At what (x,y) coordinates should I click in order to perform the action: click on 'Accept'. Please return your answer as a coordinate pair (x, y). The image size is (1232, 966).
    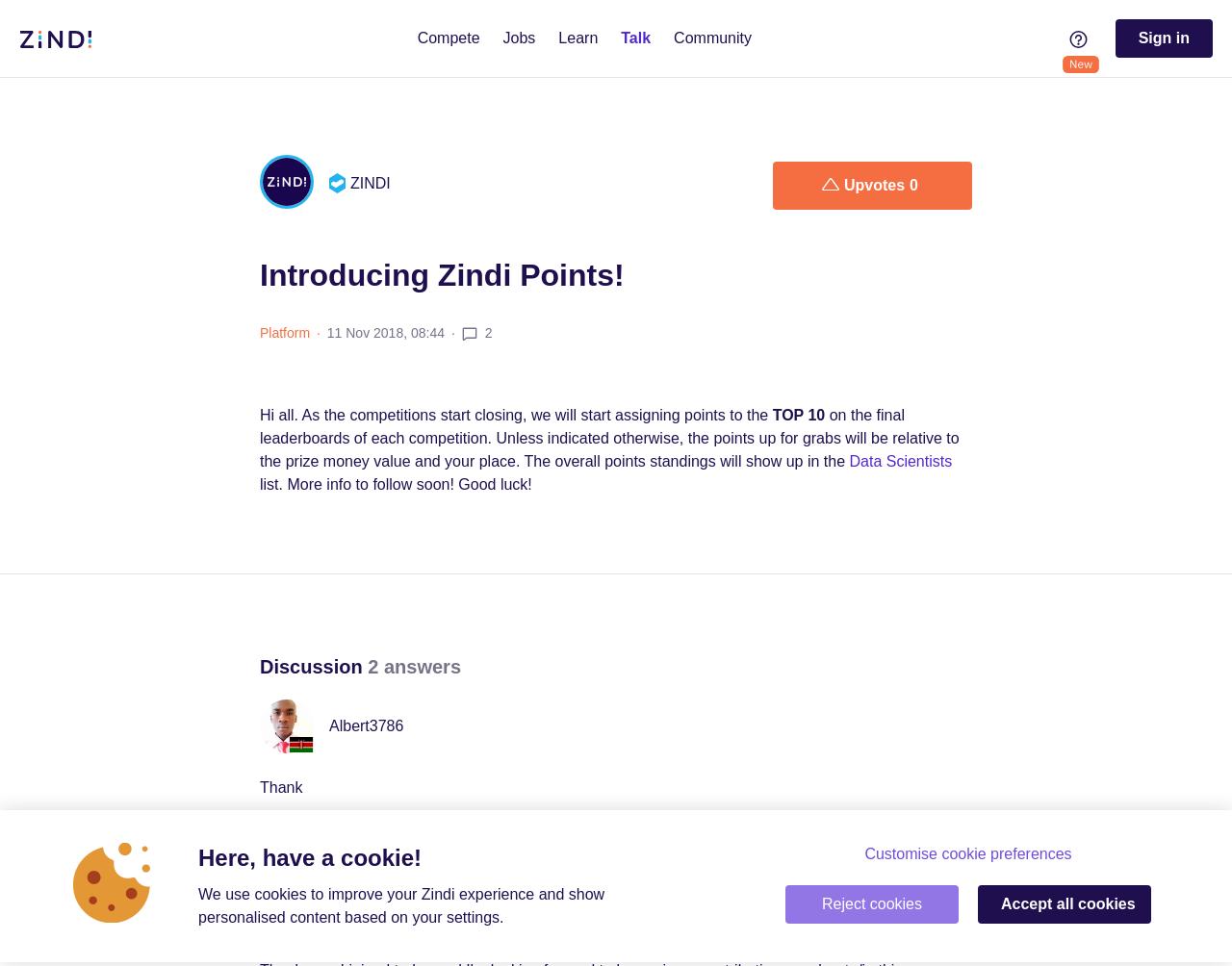
    Looking at the image, I should click on (1027, 902).